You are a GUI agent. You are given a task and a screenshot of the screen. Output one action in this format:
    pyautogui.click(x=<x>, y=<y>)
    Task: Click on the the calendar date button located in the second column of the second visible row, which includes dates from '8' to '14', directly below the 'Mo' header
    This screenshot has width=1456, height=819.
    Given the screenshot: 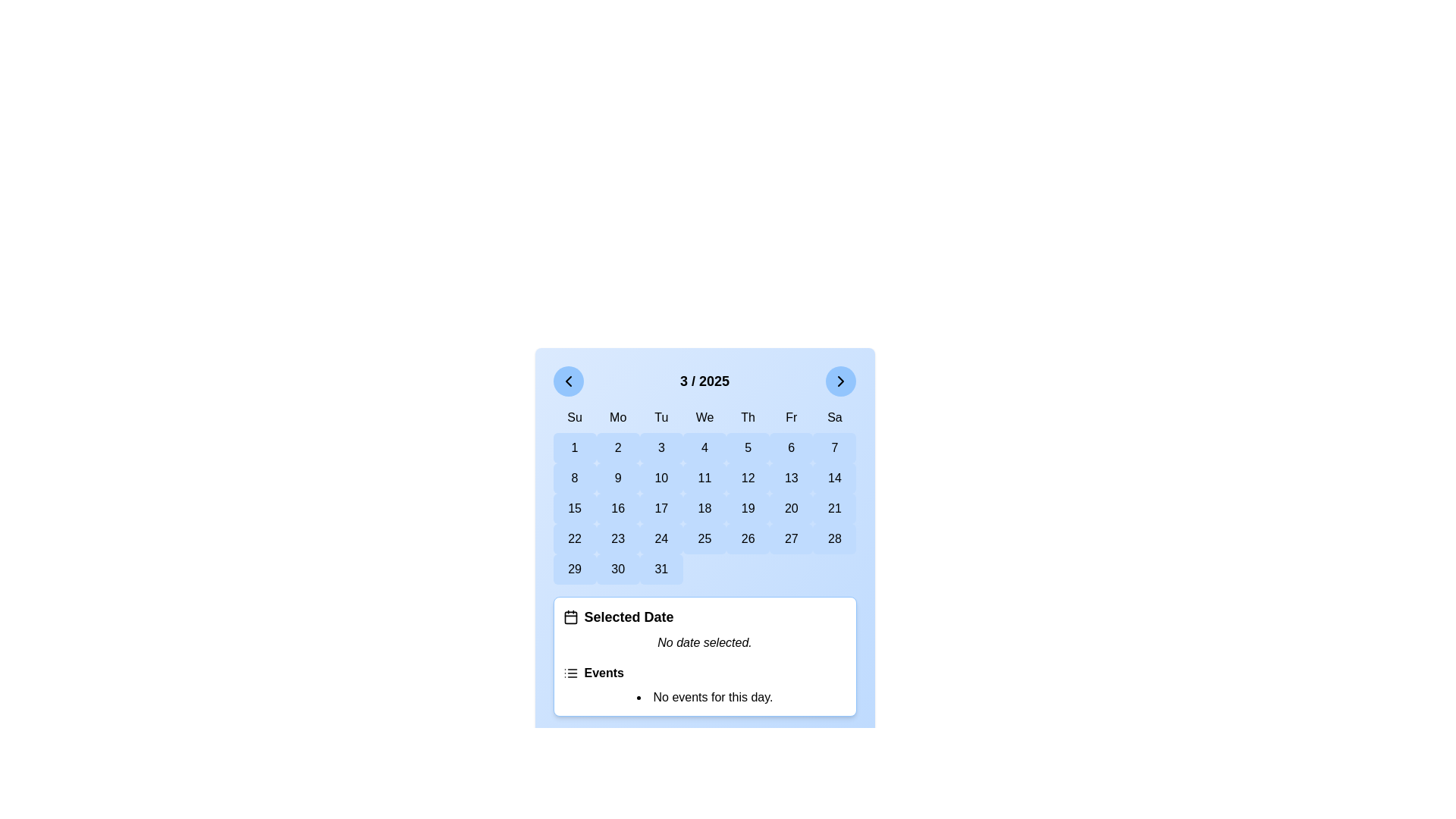 What is the action you would take?
    pyautogui.click(x=618, y=479)
    